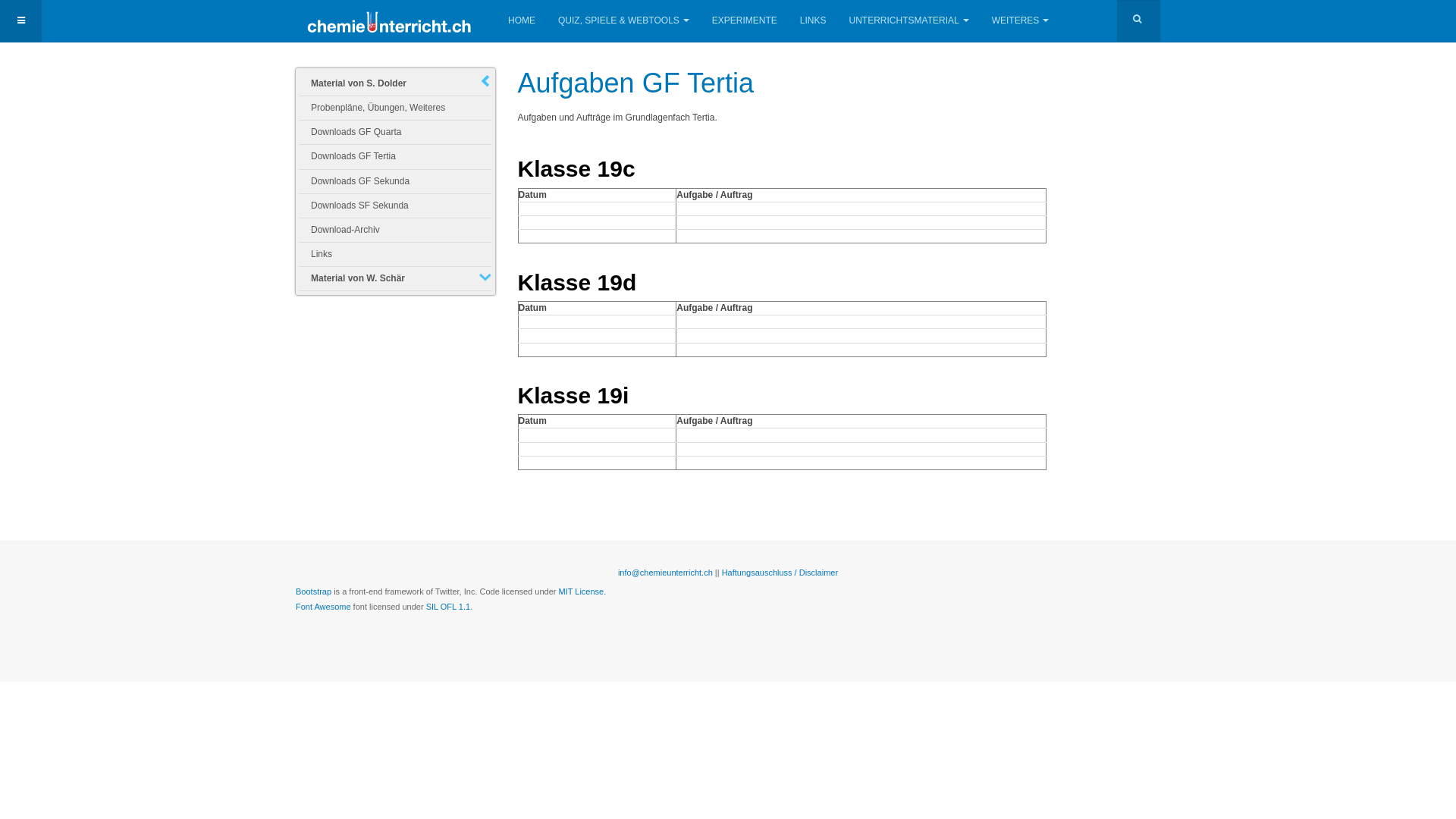 This screenshot has width=1456, height=819. I want to click on 'Haftungsauschluss / Disclaimer', so click(780, 573).